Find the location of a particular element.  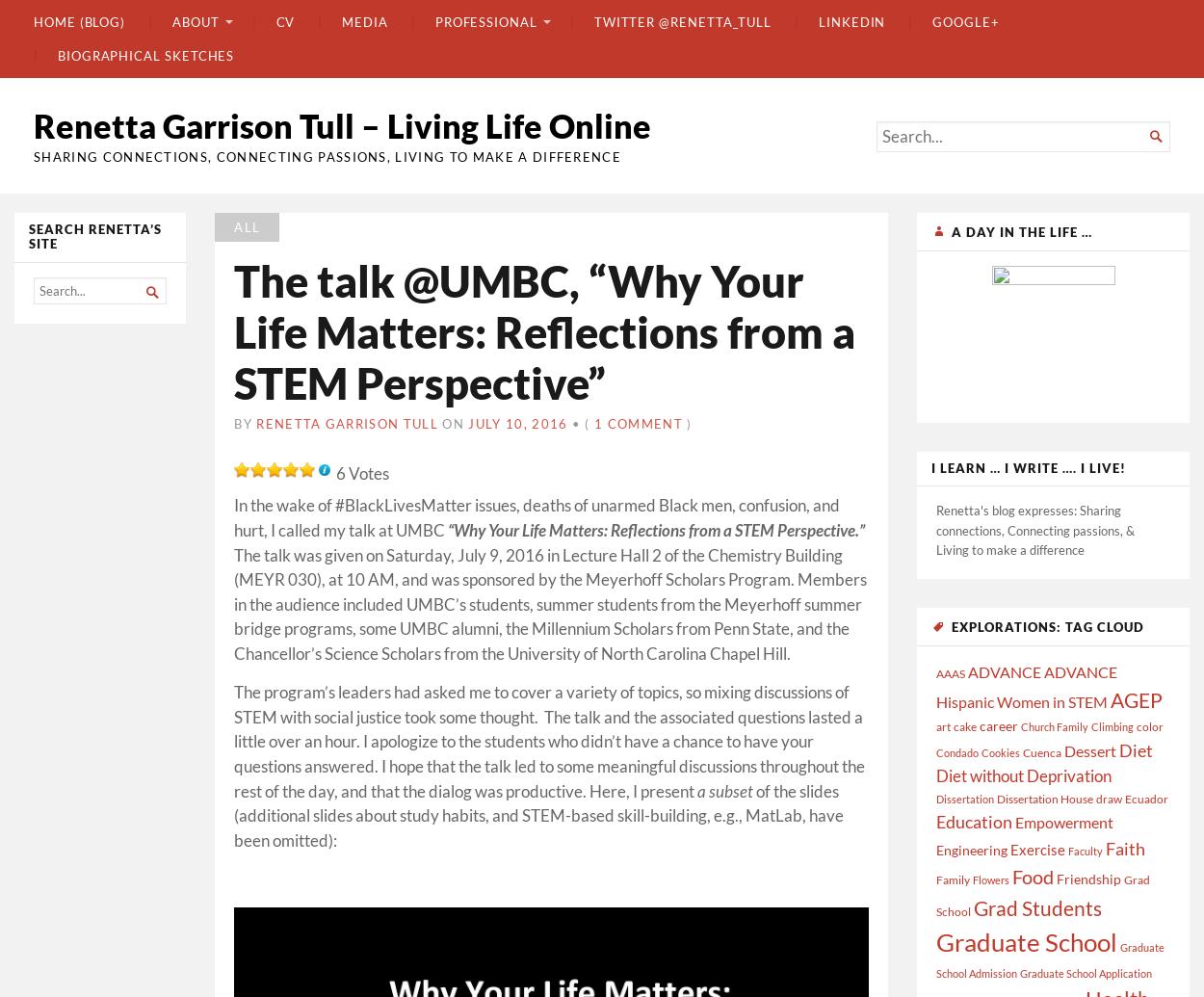

'Graduate School' is located at coordinates (1026, 941).